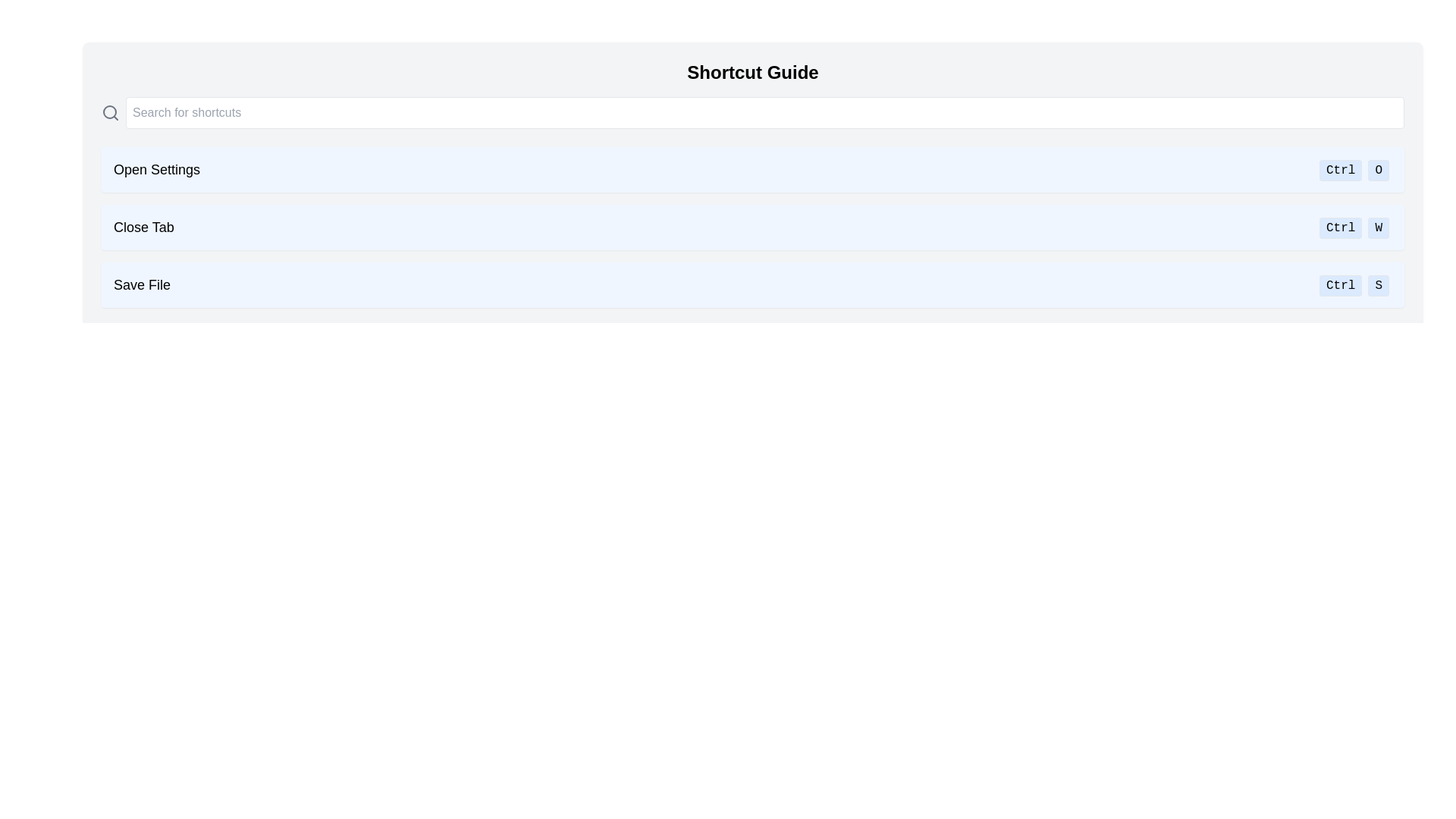 This screenshot has width=1456, height=819. I want to click on the 'Ctrl' key button in the 'Shortcut Guide' interface, which is part of the shortcut for saving a file, so click(1341, 285).